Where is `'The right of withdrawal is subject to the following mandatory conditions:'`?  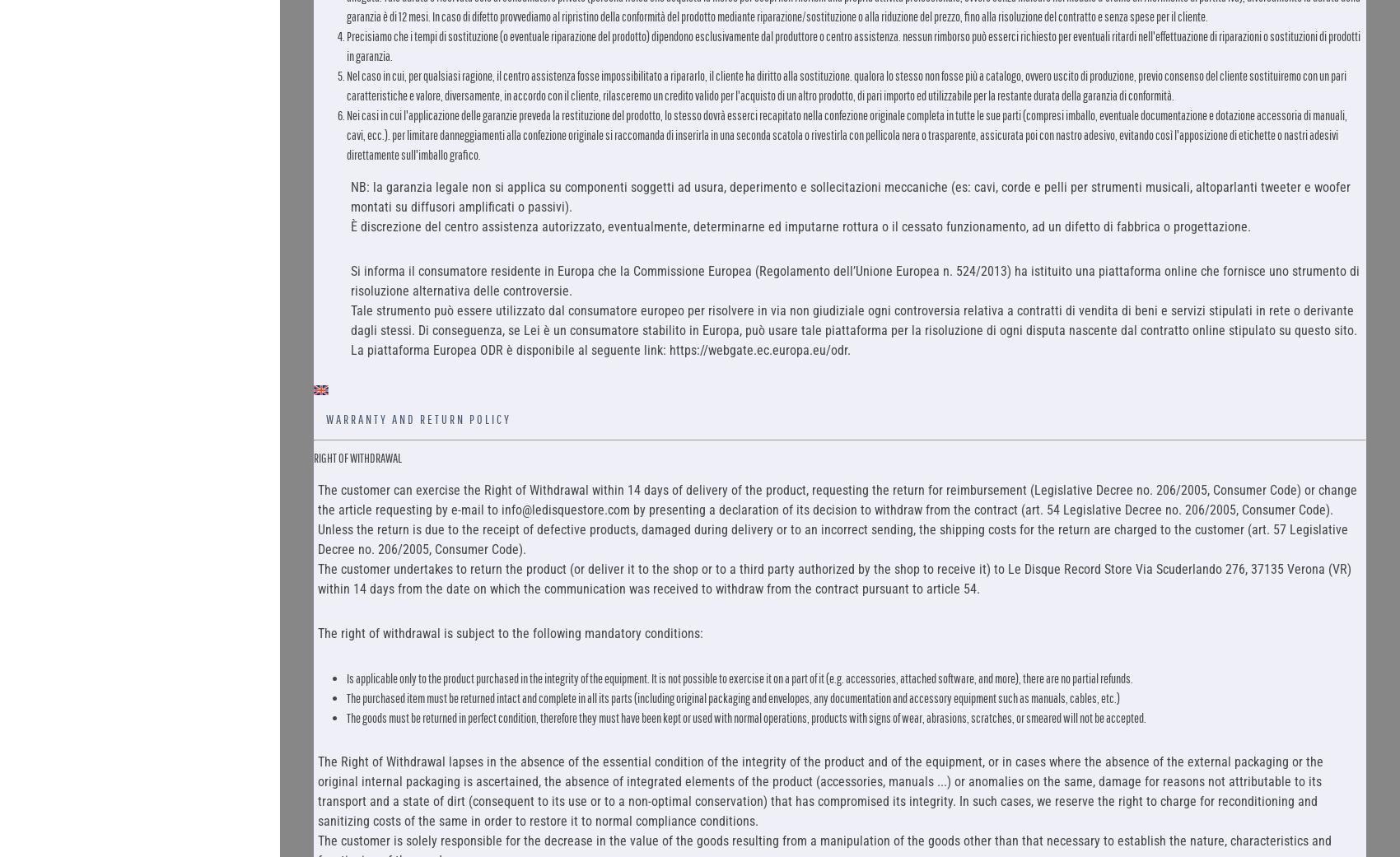
'The right of withdrawal is subject to the following mandatory conditions:' is located at coordinates (508, 632).